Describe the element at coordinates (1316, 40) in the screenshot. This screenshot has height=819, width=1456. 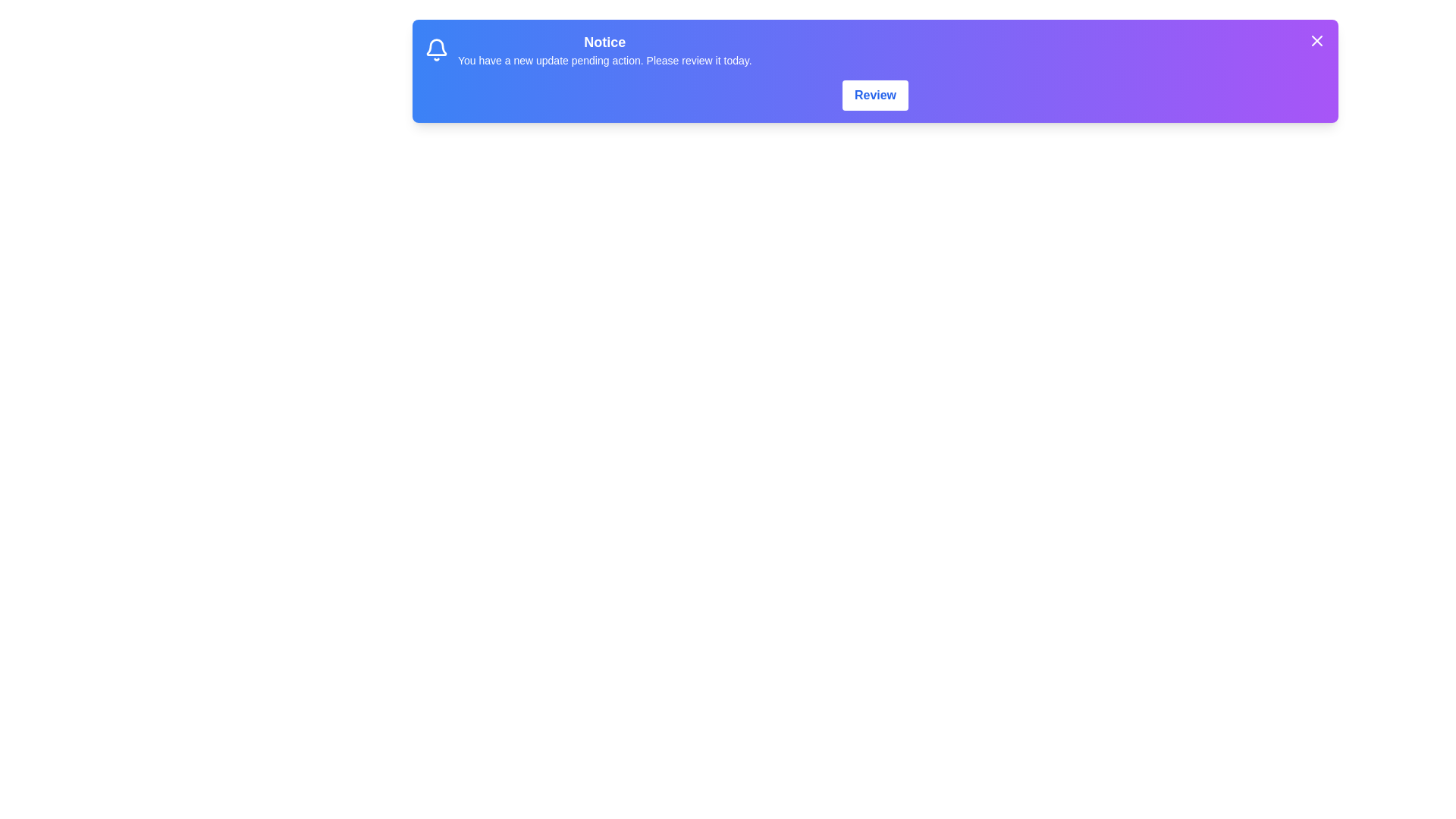
I see `the small white close button represented by an 'X' icon in the top-right corner of the purple notification banner` at that location.